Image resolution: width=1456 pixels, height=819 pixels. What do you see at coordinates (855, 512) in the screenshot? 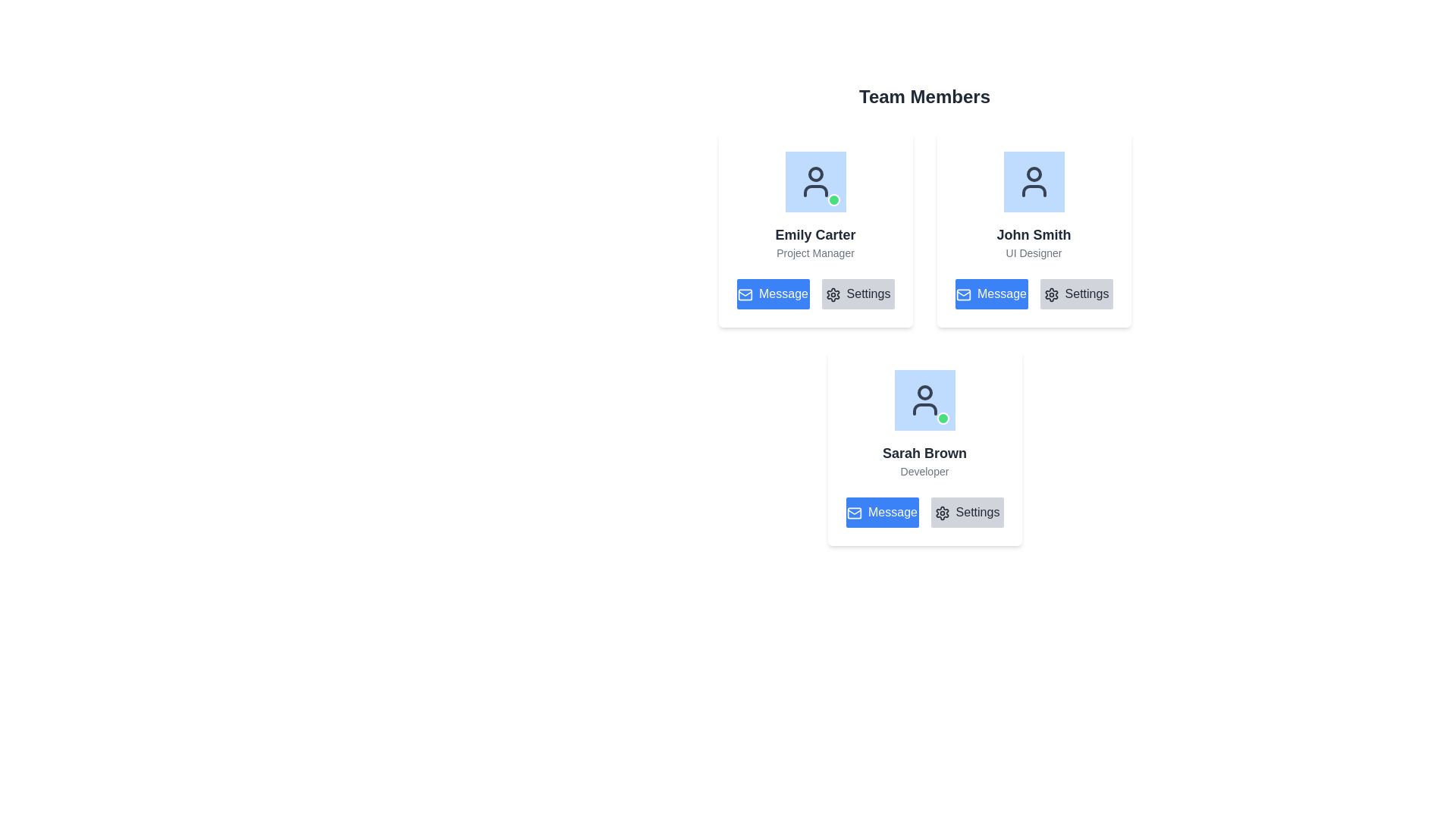
I see `the mail icon, which is a minimalistic envelope shape outline in light blue, located within the 'Message' button under Sarah Brown's profile card` at bounding box center [855, 512].